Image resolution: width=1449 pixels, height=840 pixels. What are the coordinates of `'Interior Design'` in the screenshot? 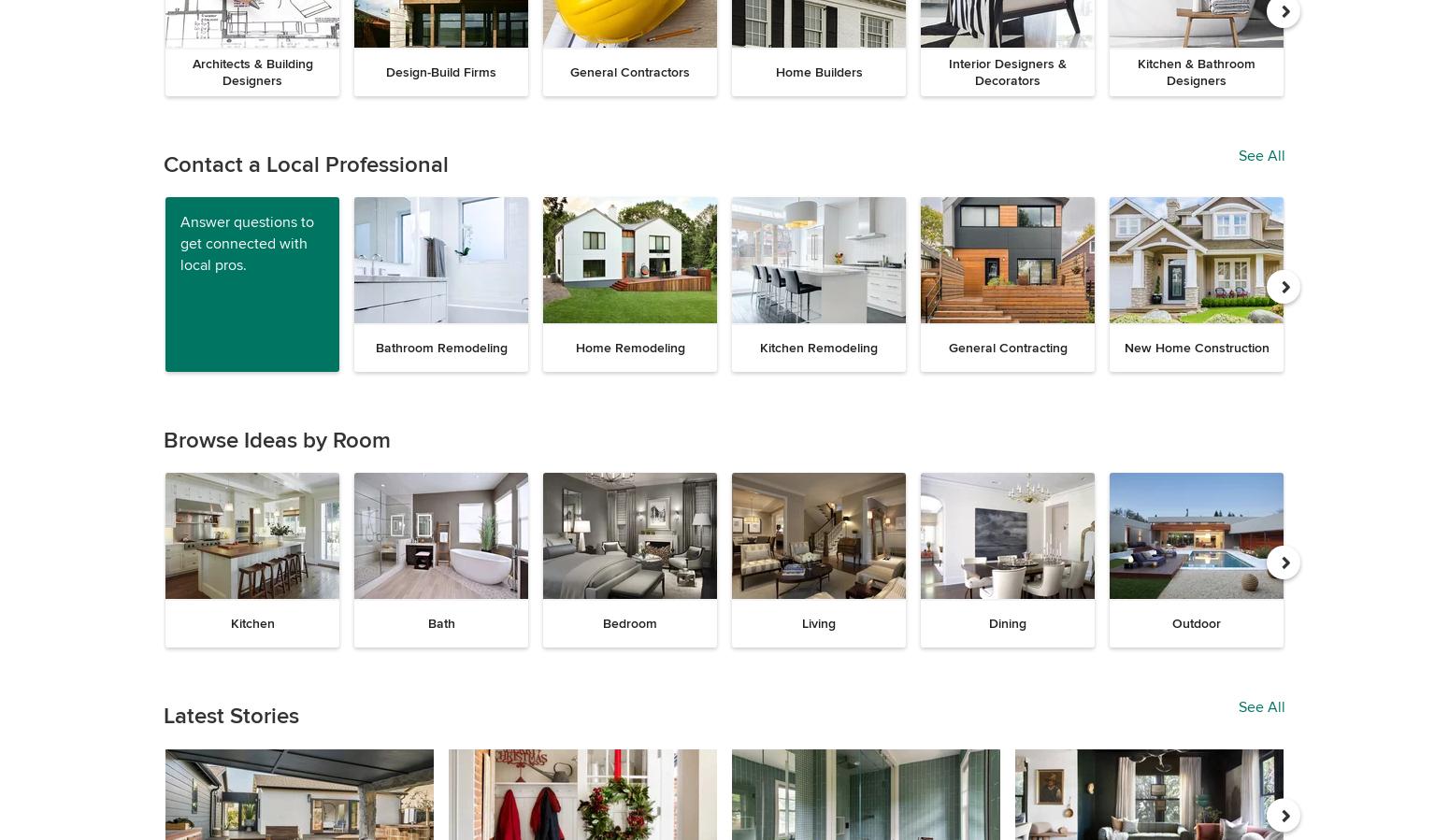 It's located at (1340, 347).